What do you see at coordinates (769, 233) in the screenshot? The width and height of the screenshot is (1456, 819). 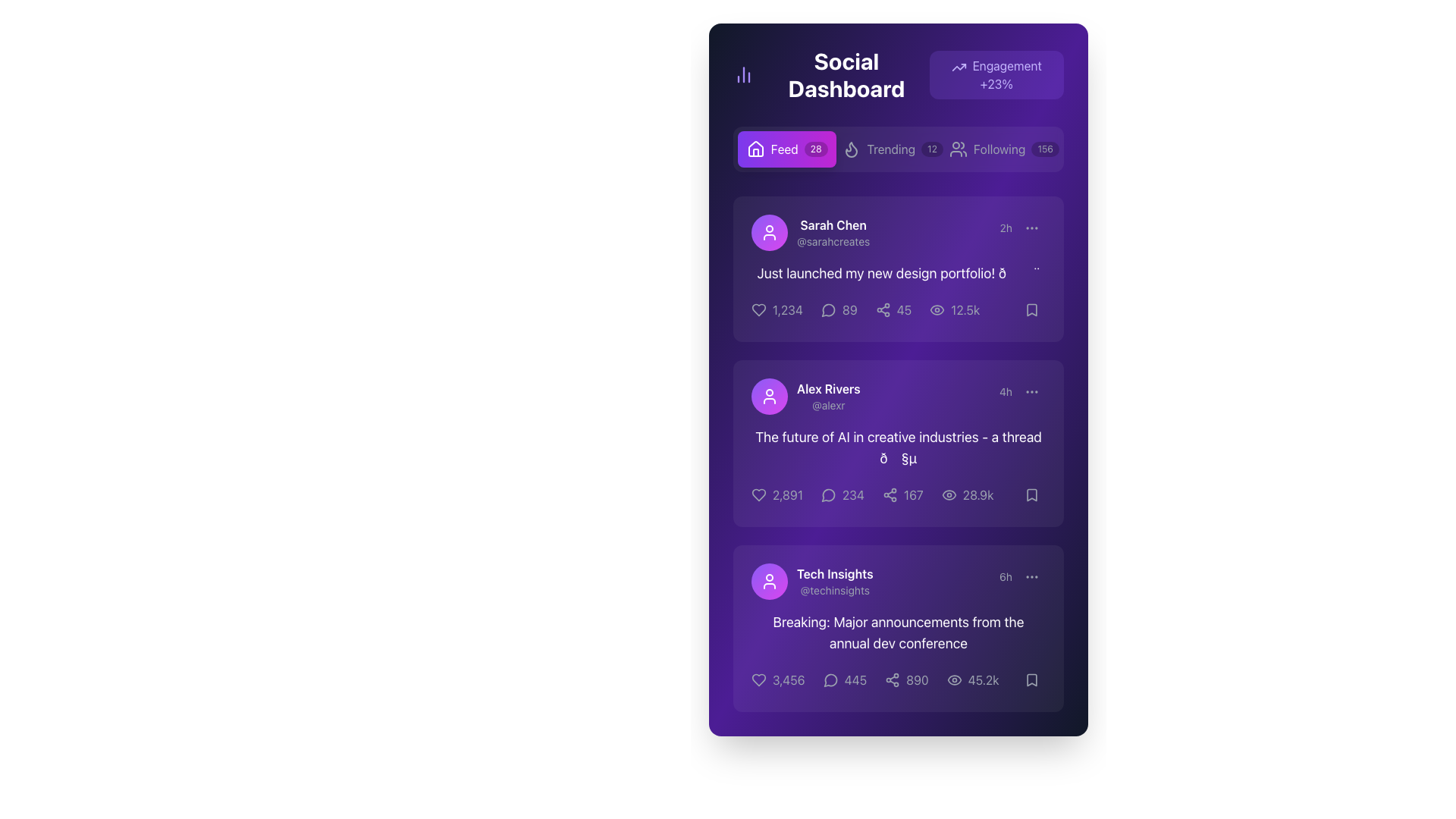 I see `the Avatar representing the user 'Sarah Chen', located at the top-left of the card labeled with 'Sarah Chen' and '@sarahcreates'` at bounding box center [769, 233].